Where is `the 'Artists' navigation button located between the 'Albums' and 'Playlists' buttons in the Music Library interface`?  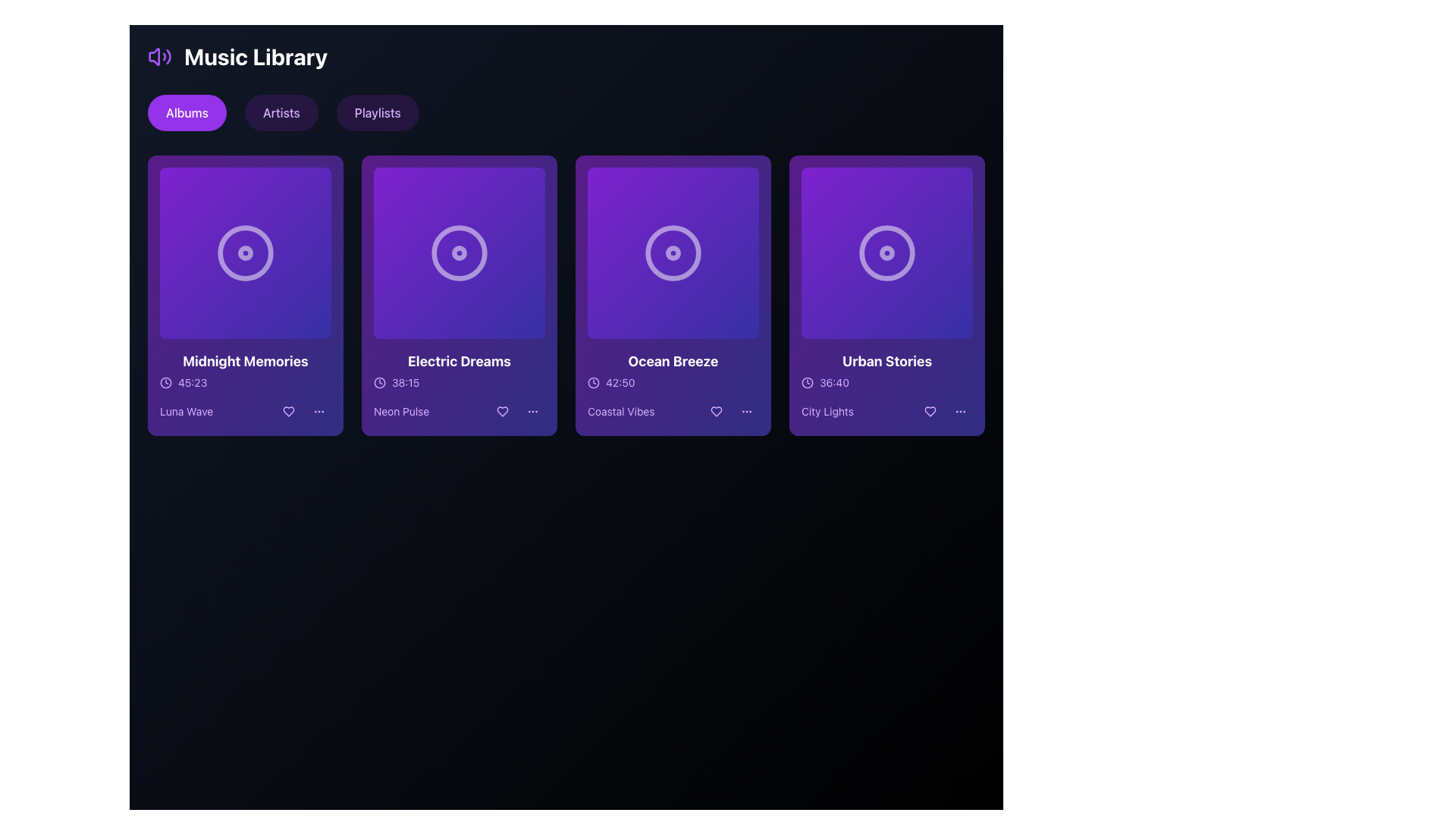 the 'Artists' navigation button located between the 'Albums' and 'Playlists' buttons in the Music Library interface is located at coordinates (281, 112).